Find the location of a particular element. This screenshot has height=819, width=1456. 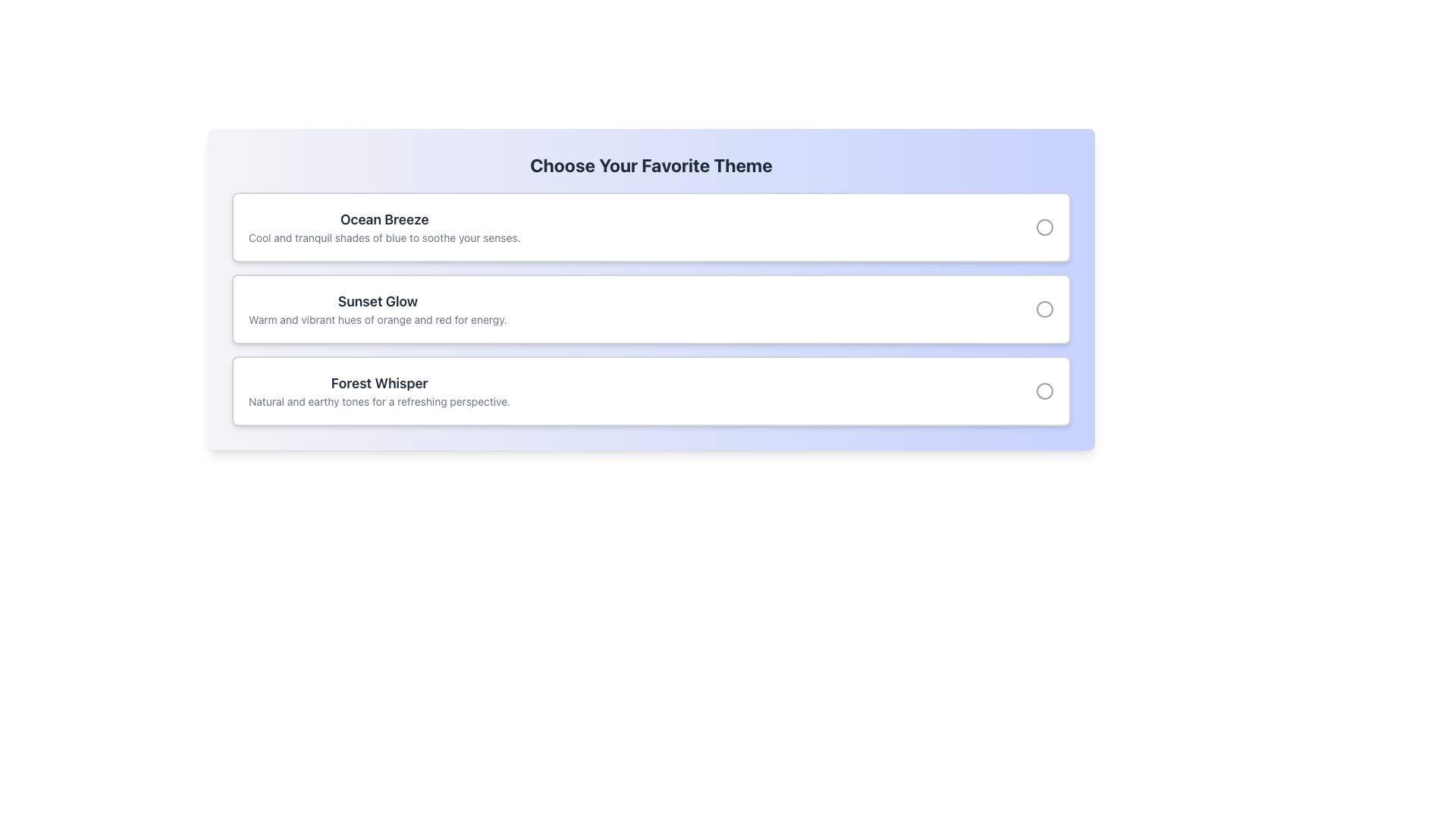

the circular radio button selection indicator for the 'Sunset Glow' theme, which is the second option in the list of three items titled 'Choose Your Favorite Theme' is located at coordinates (1043, 309).